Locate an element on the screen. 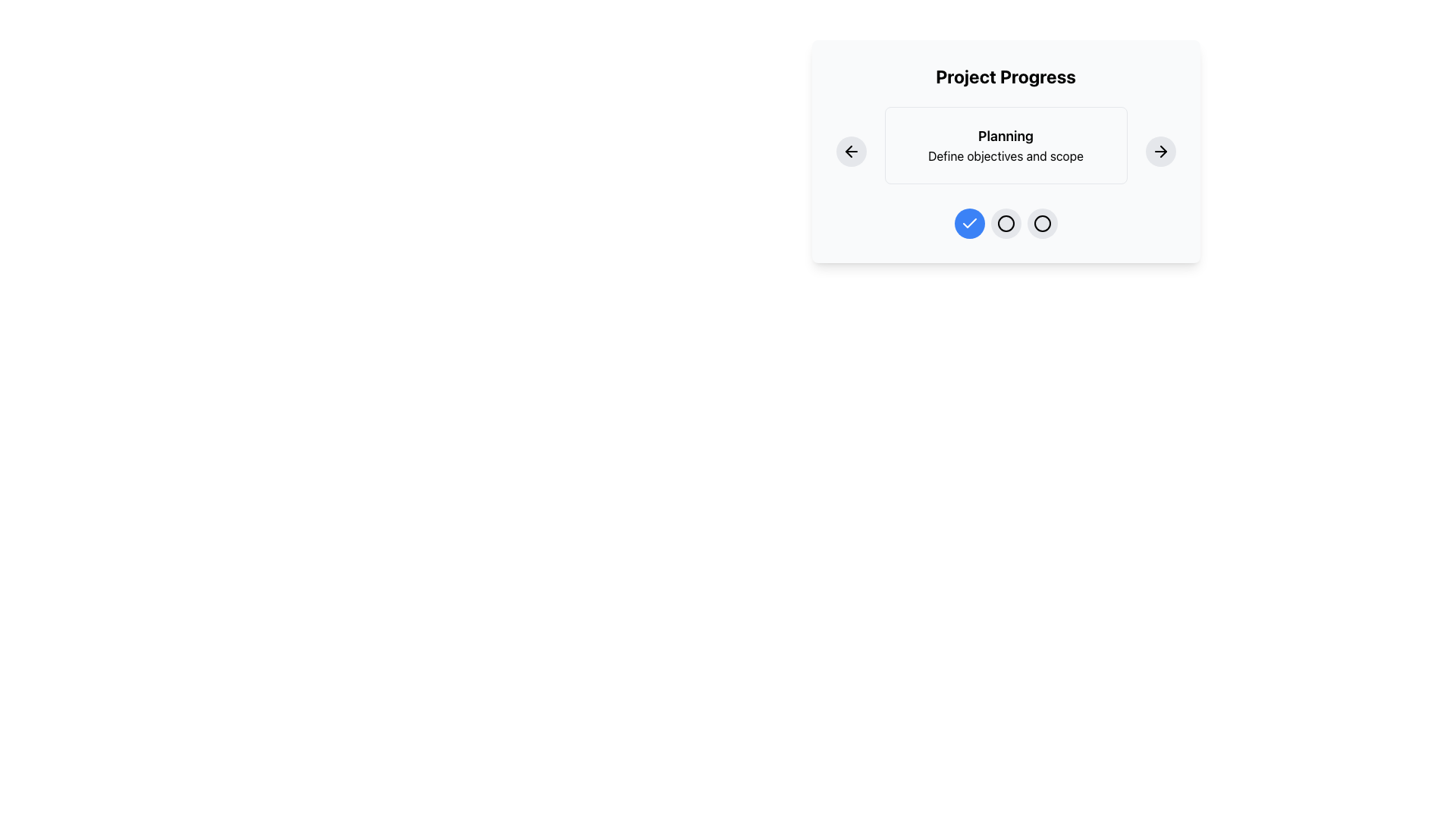 The width and height of the screenshot is (1456, 819). the second circular interactive button located in a single row of similar buttons is located at coordinates (1006, 223).